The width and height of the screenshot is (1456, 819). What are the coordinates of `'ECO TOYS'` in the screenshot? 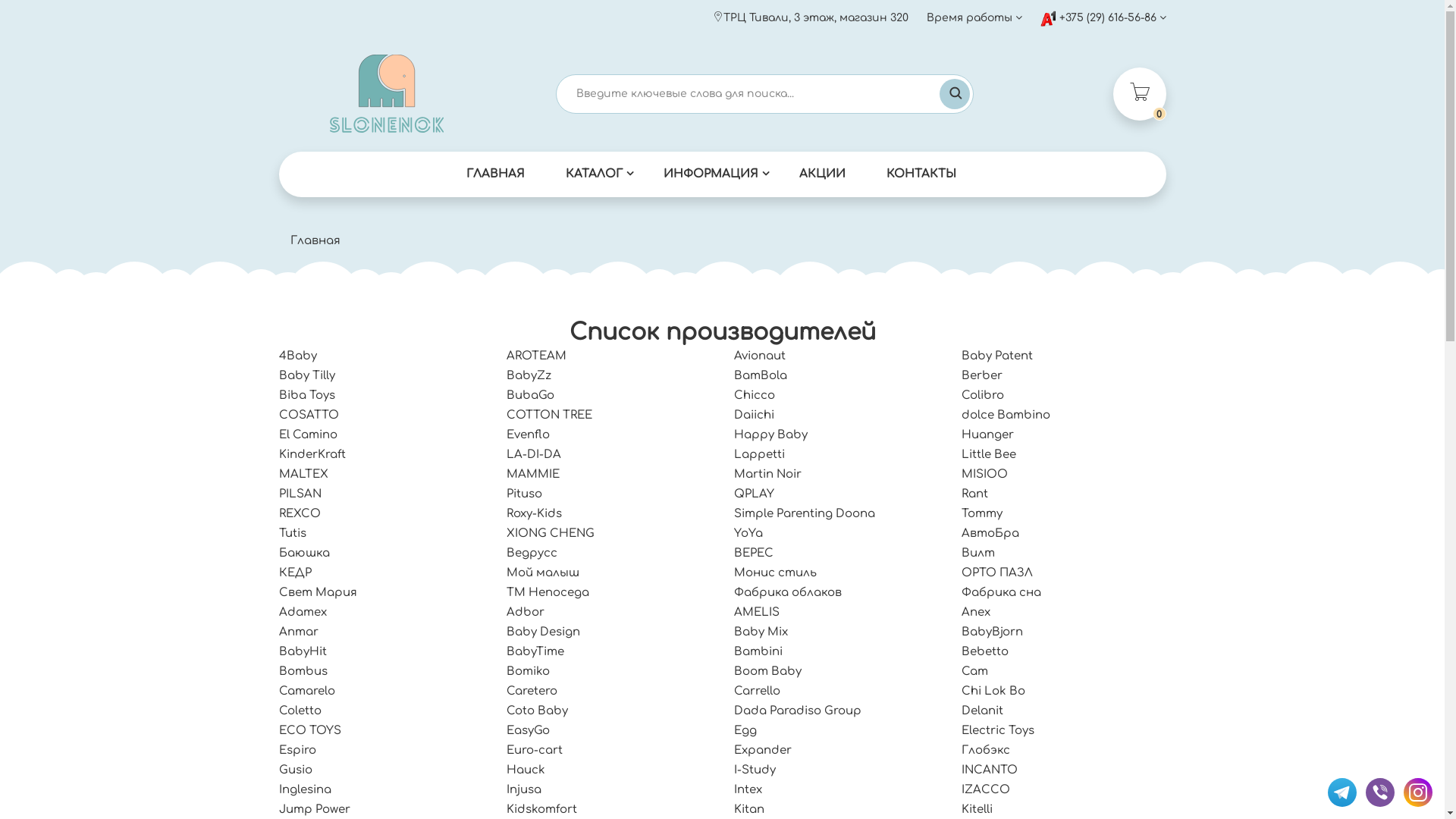 It's located at (309, 730).